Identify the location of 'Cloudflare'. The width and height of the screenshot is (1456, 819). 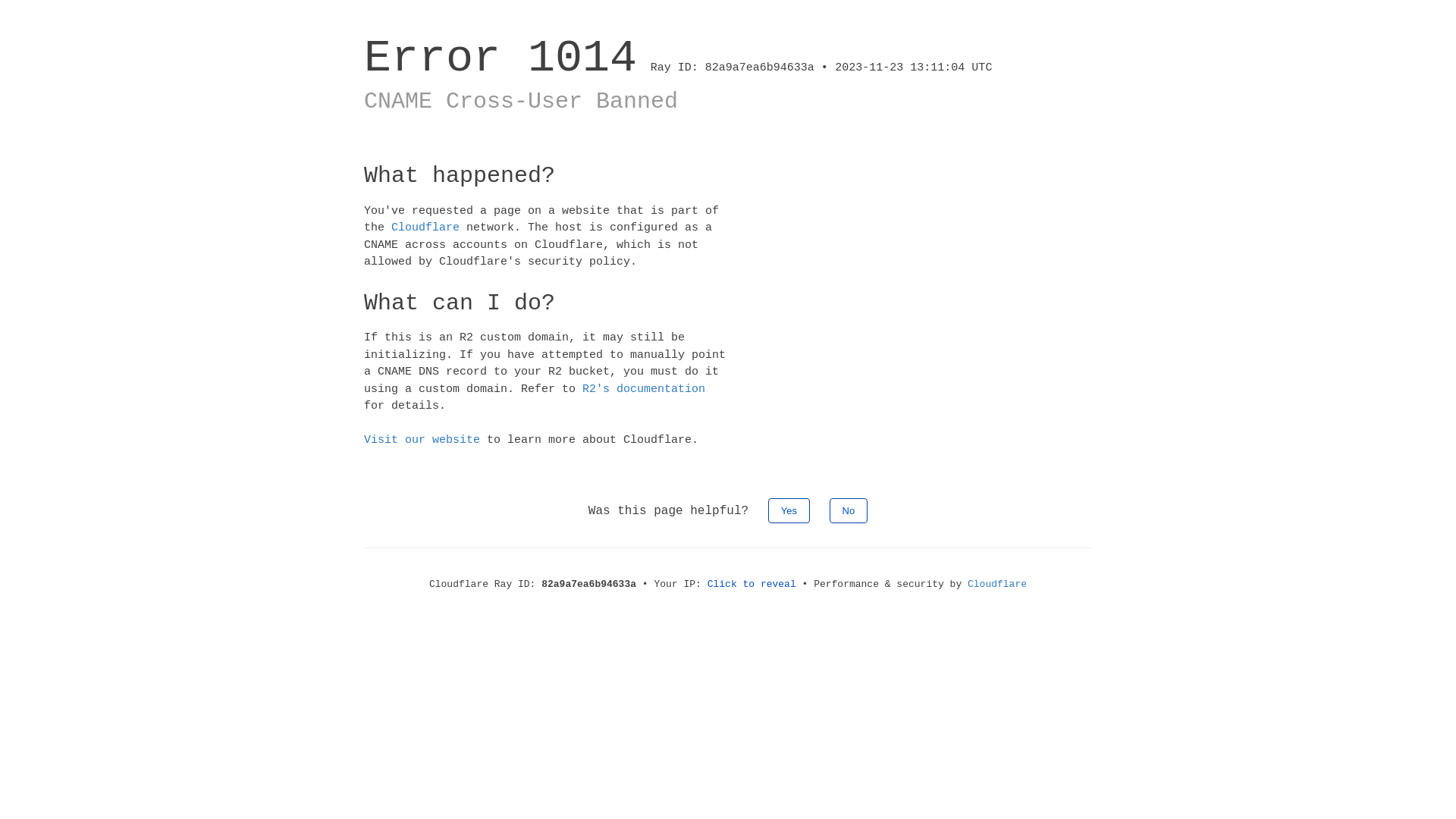
(425, 227).